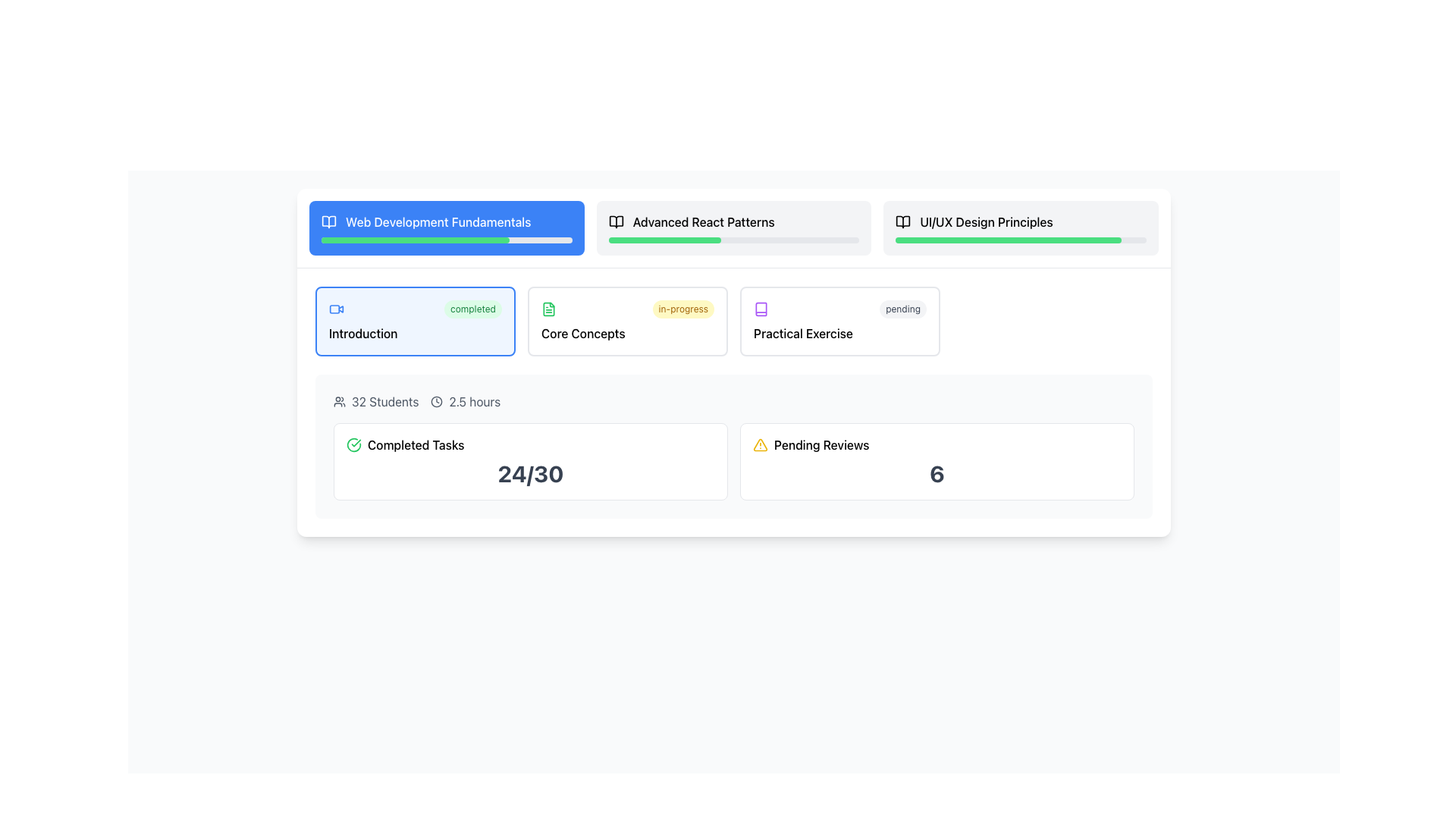  What do you see at coordinates (1021, 239) in the screenshot?
I see `the progress bar that visually represents the progress for the UI/UX Design Principles section, located below the text label` at bounding box center [1021, 239].